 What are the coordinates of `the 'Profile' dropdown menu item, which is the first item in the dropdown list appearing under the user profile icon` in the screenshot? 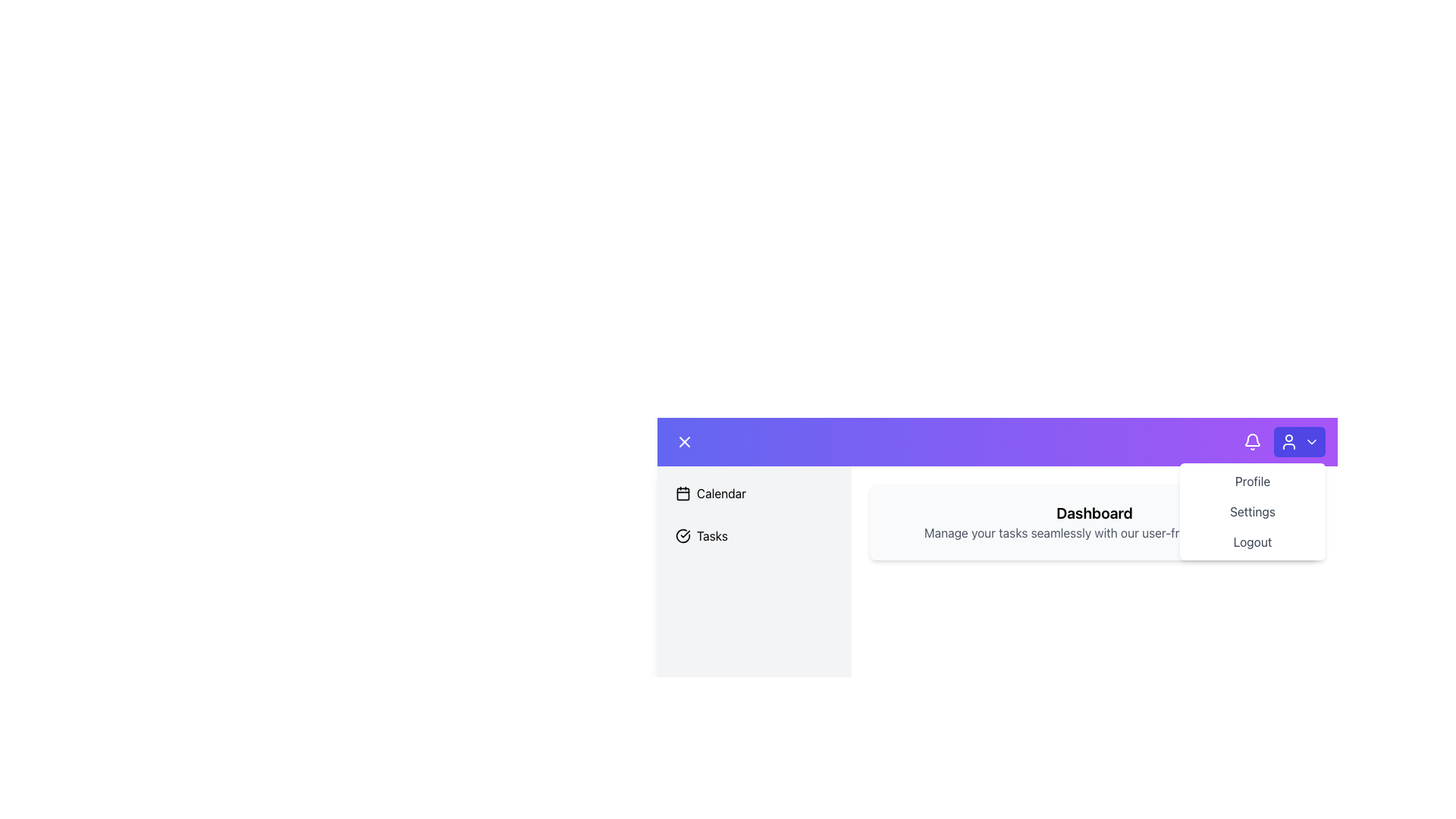 It's located at (1252, 482).